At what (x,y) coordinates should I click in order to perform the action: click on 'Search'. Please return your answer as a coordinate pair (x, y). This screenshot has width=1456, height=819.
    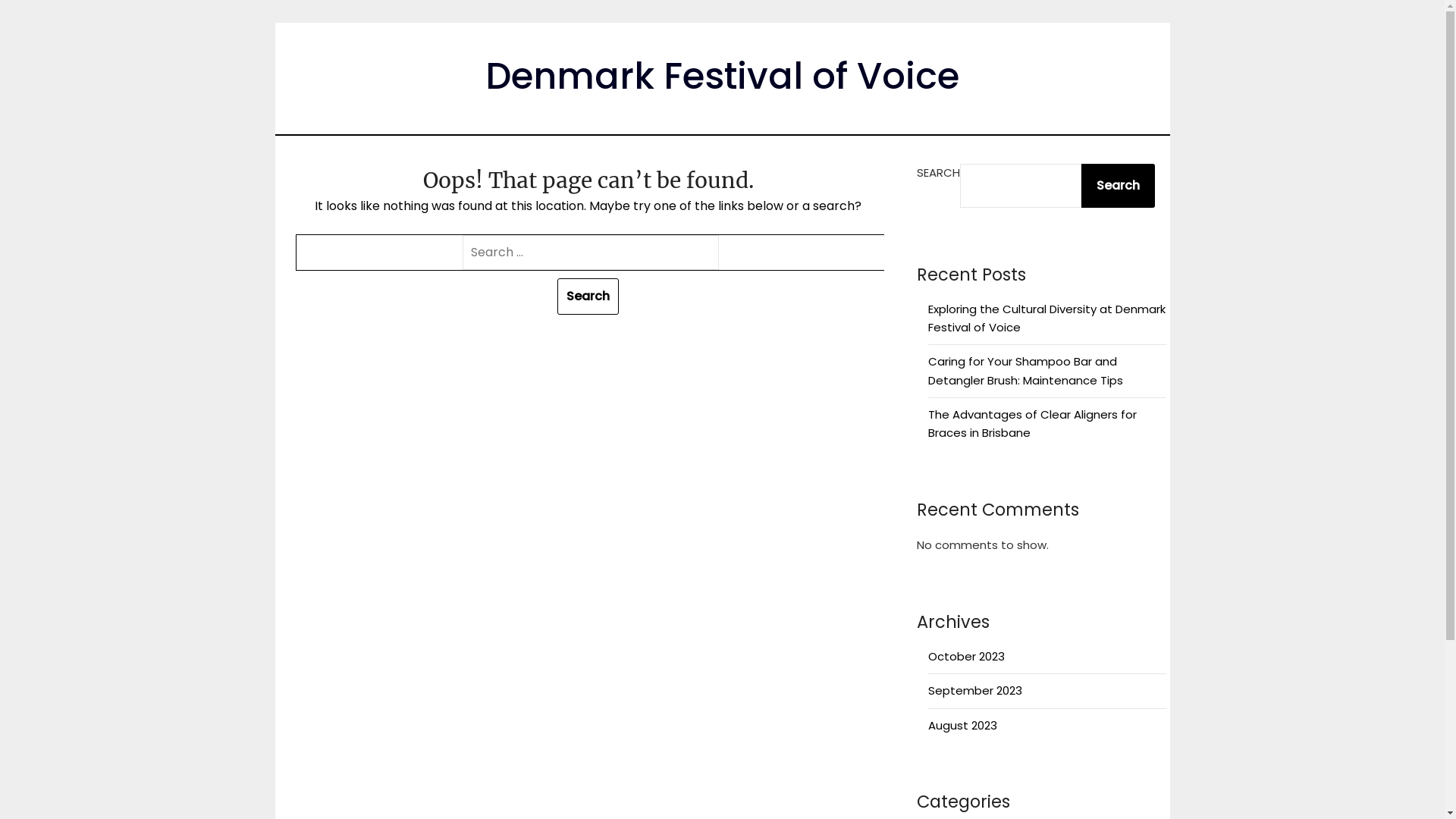
    Looking at the image, I should click on (587, 296).